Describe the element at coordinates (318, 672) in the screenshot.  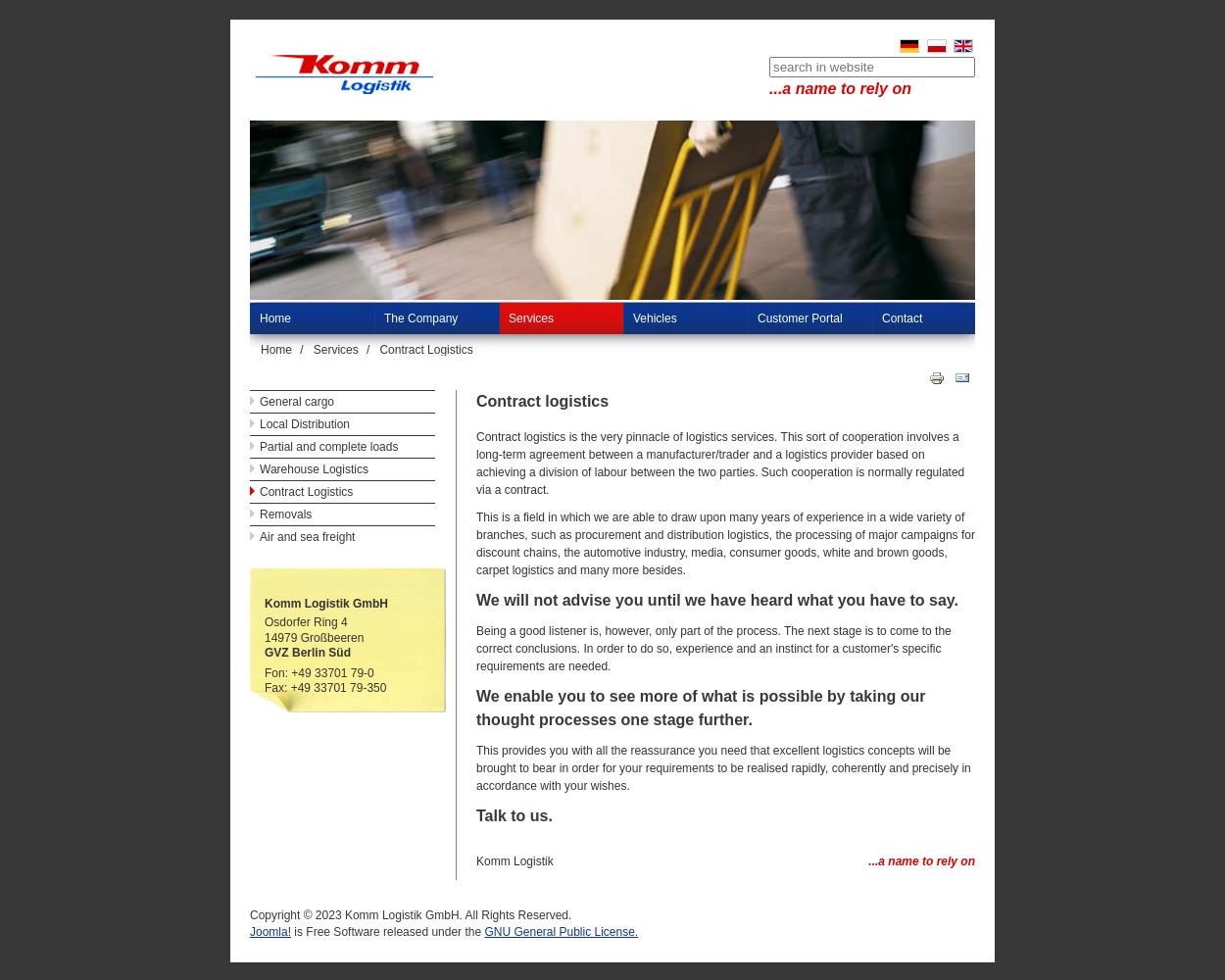
I see `'Fon: +49 33701 79-0'` at that location.